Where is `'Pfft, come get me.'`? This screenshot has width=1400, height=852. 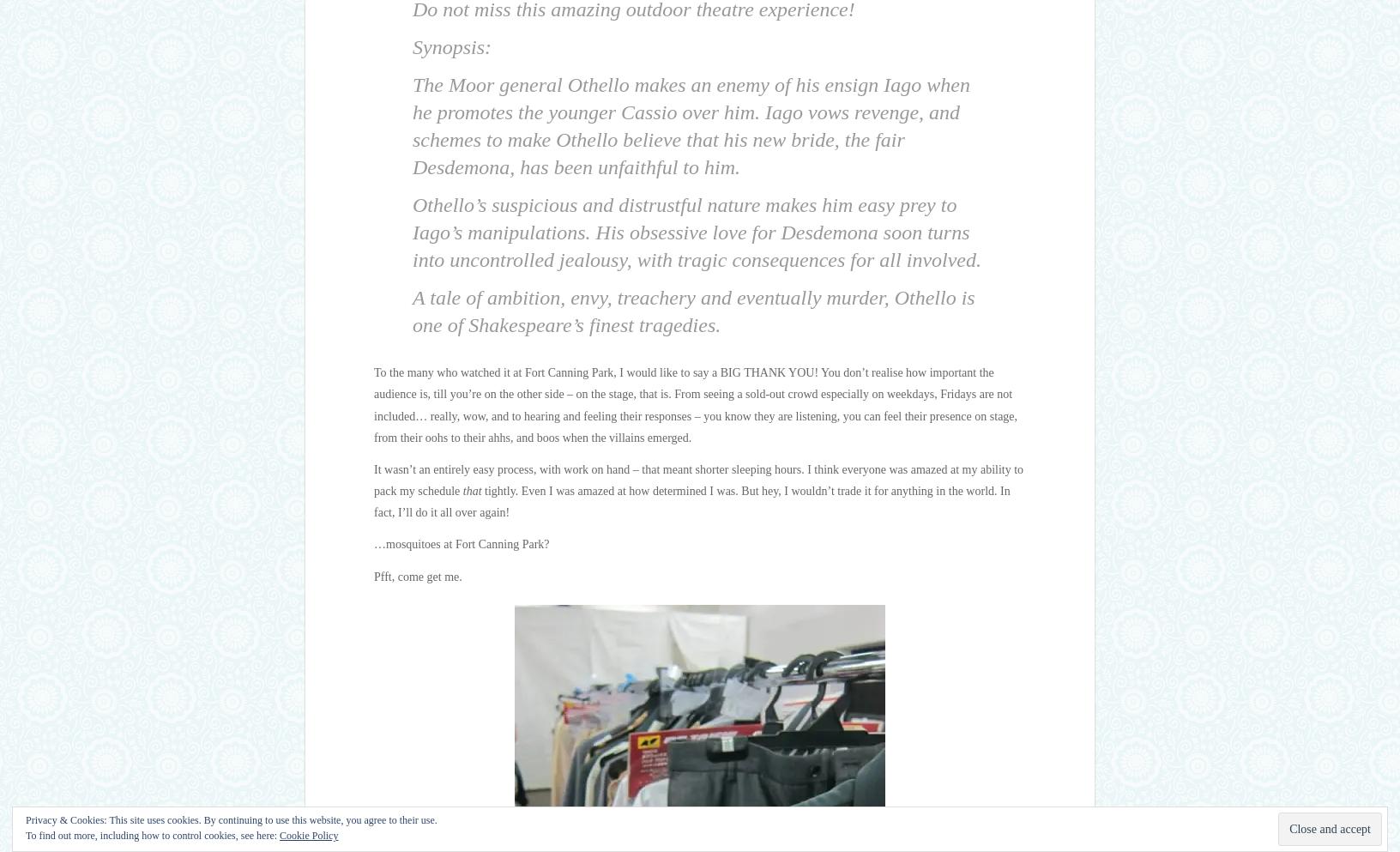
'Pfft, come get me.' is located at coordinates (416, 576).